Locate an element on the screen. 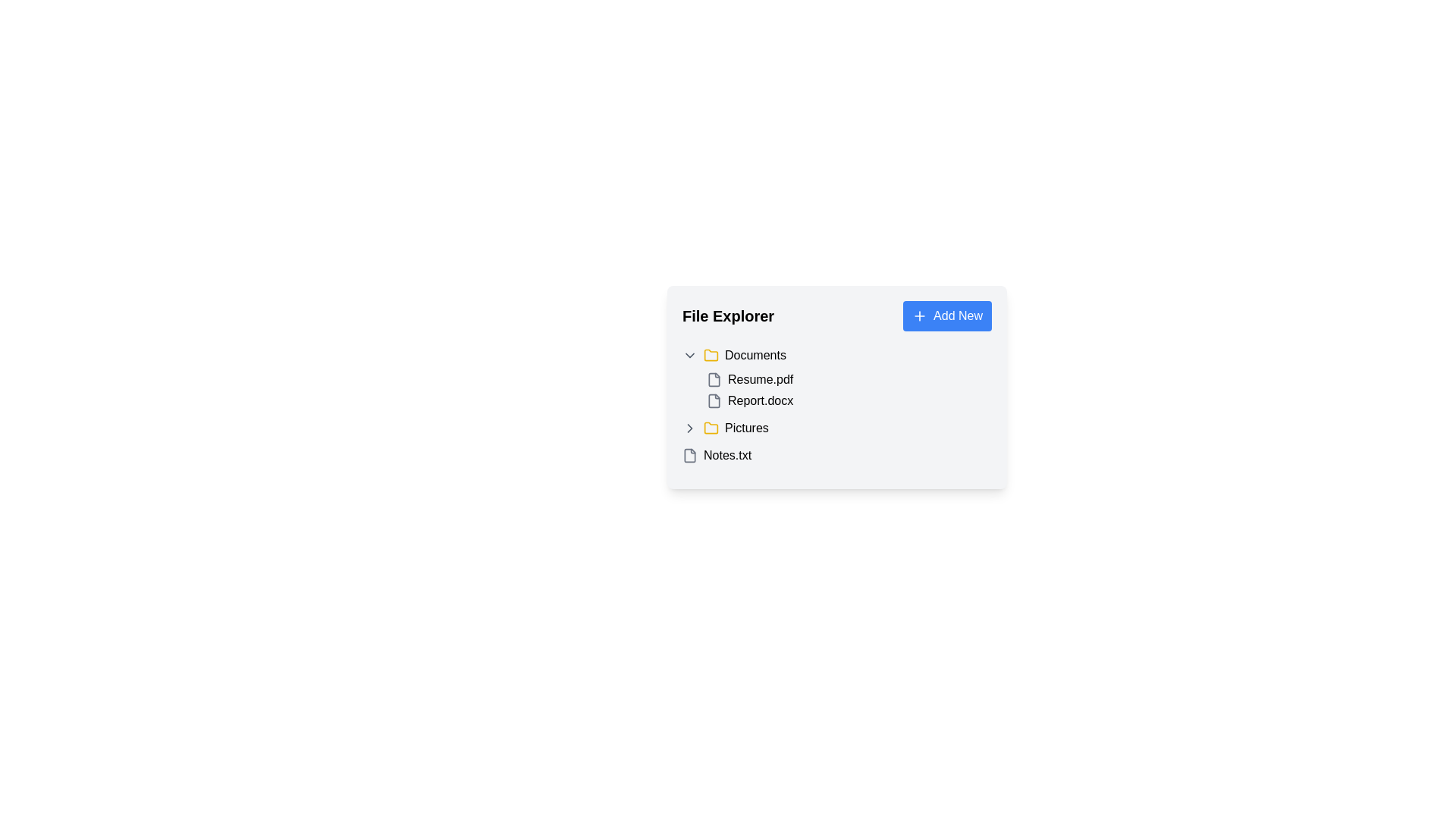 Image resolution: width=1456 pixels, height=819 pixels. the chevron-down toggle icon located to the left of the 'Documents' text in the File Explorer interface is located at coordinates (689, 356).